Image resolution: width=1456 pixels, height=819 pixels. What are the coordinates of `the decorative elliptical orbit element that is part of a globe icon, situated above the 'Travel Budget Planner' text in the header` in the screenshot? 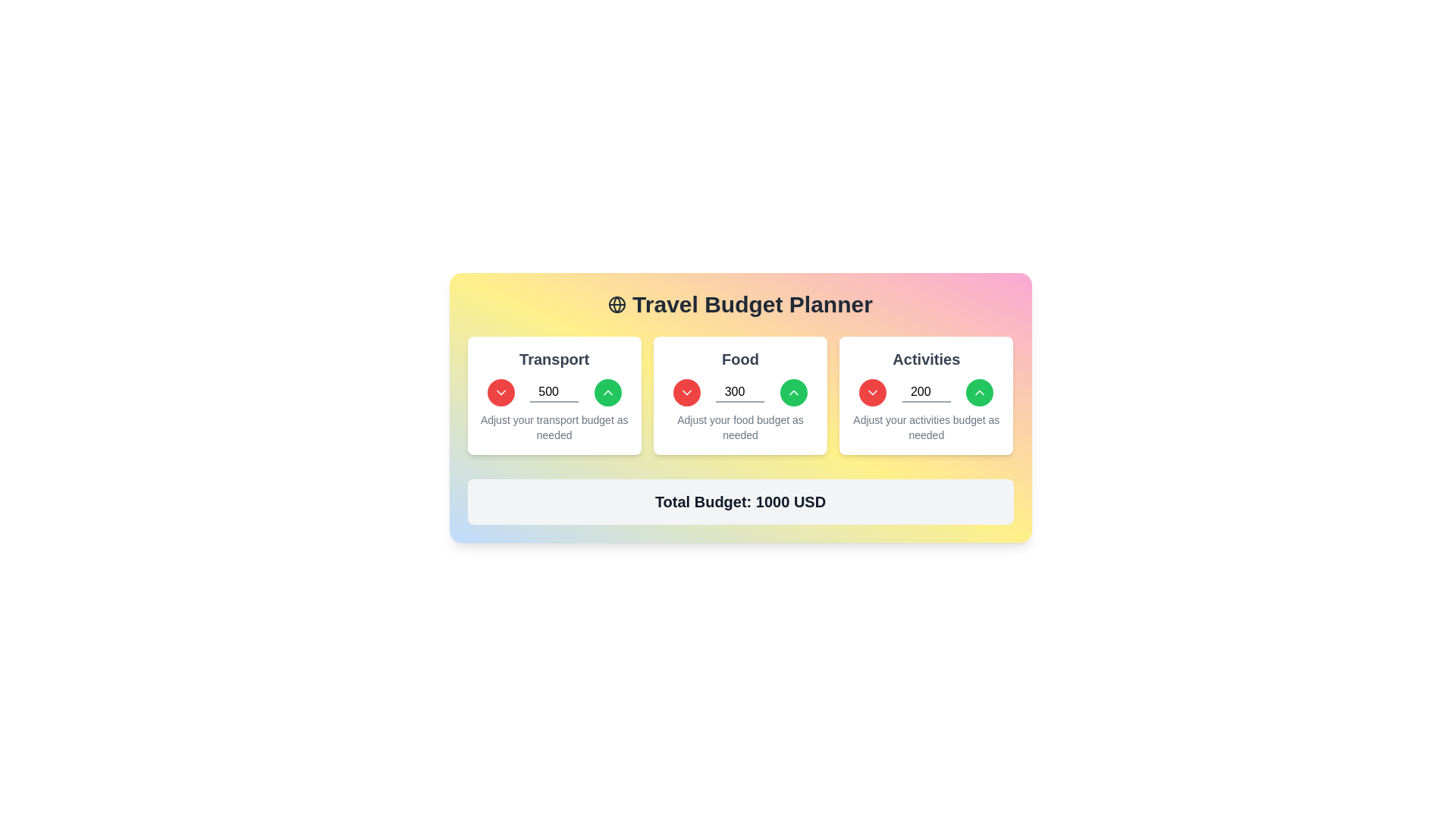 It's located at (617, 304).